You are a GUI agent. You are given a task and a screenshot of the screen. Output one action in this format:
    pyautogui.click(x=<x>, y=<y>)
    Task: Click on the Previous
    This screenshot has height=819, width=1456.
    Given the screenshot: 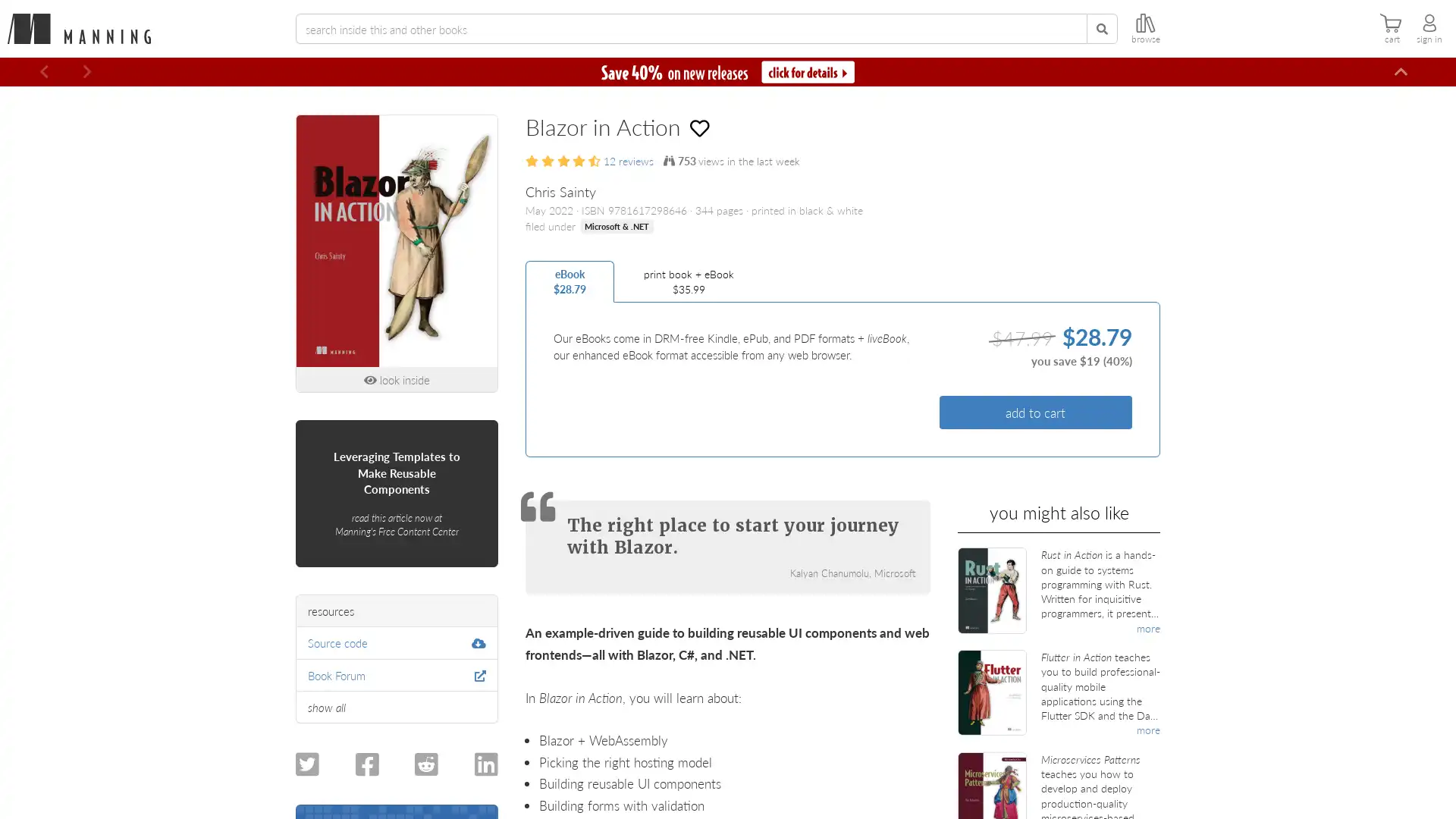 What is the action you would take?
    pyautogui.click(x=44, y=72)
    